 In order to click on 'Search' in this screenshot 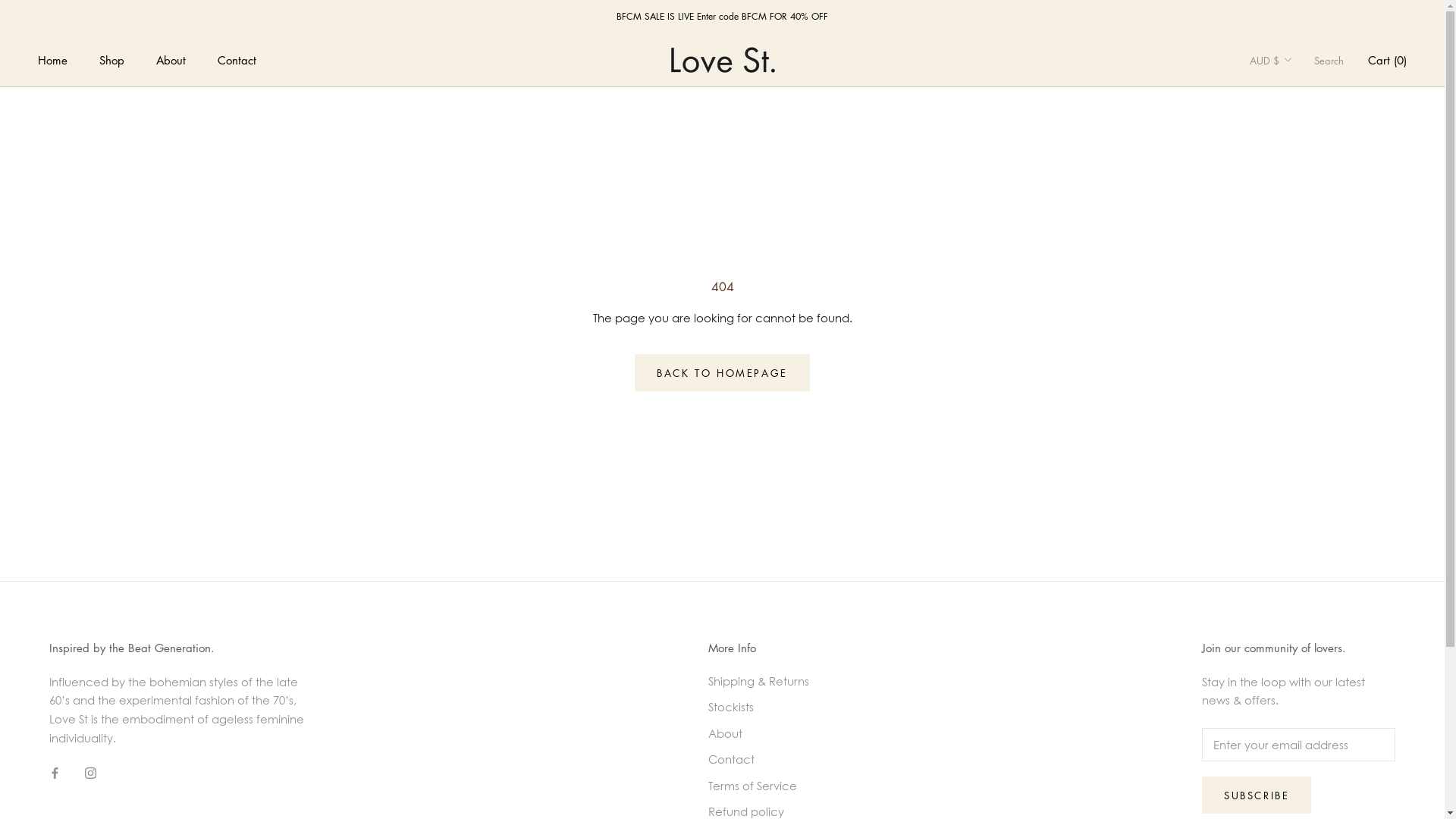, I will do `click(1328, 59)`.